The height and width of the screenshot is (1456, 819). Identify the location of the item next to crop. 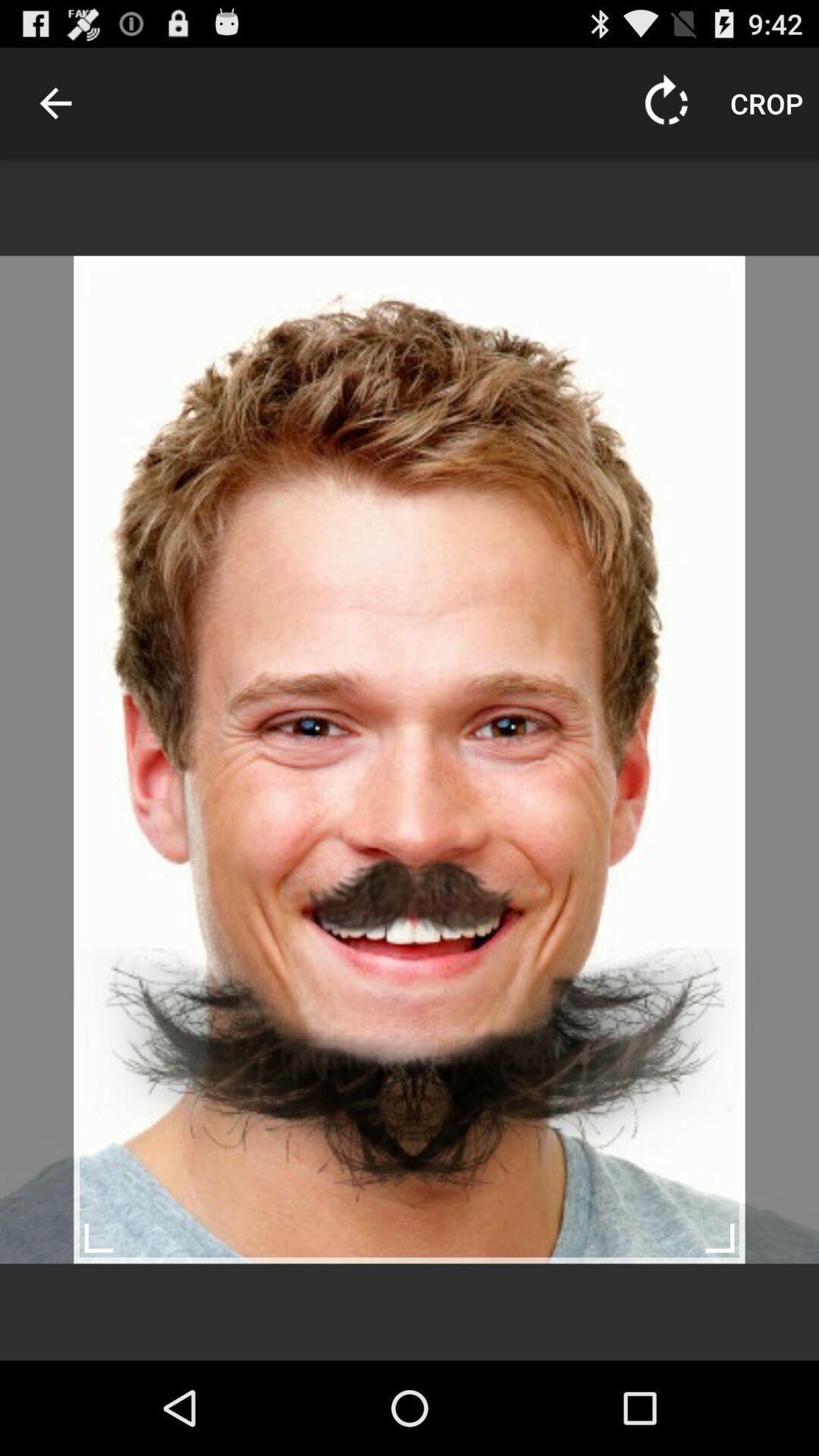
(666, 102).